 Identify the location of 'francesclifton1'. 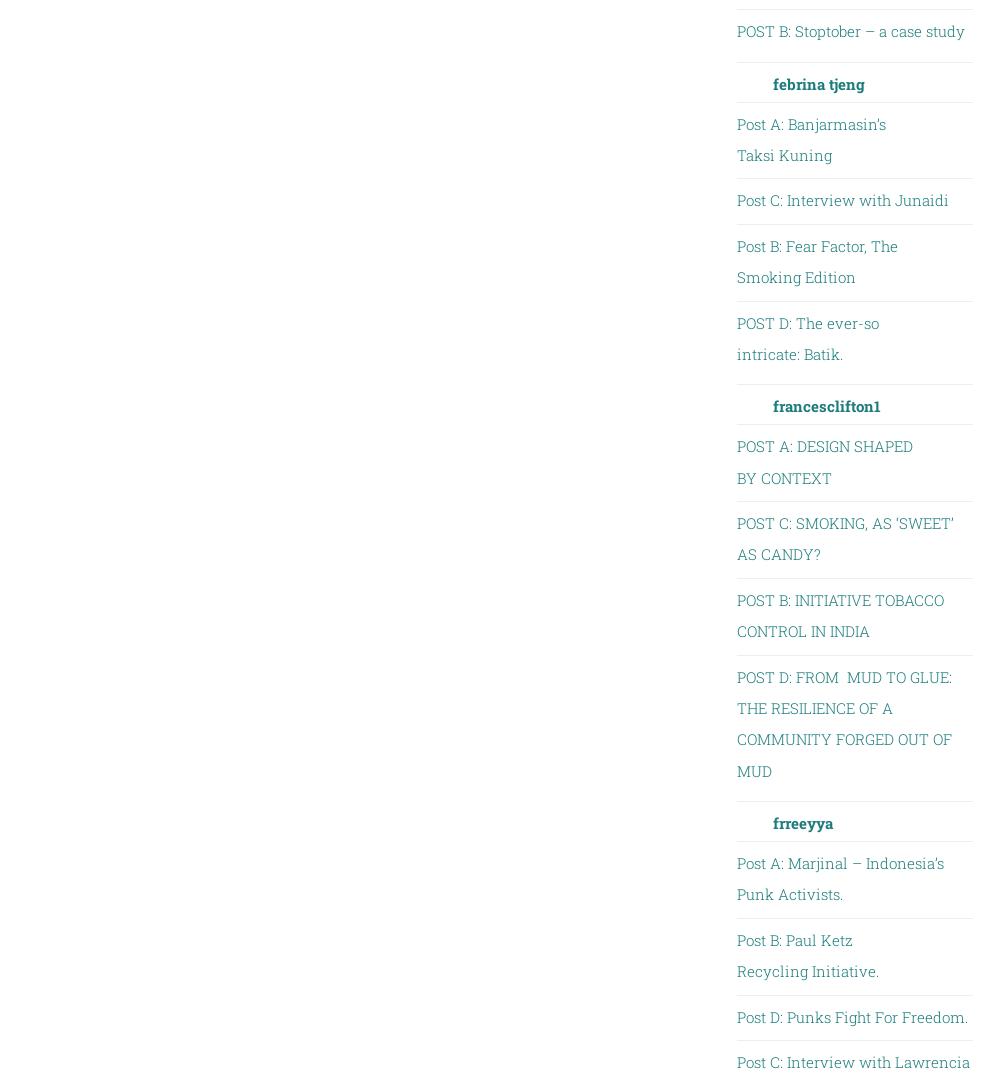
(772, 404).